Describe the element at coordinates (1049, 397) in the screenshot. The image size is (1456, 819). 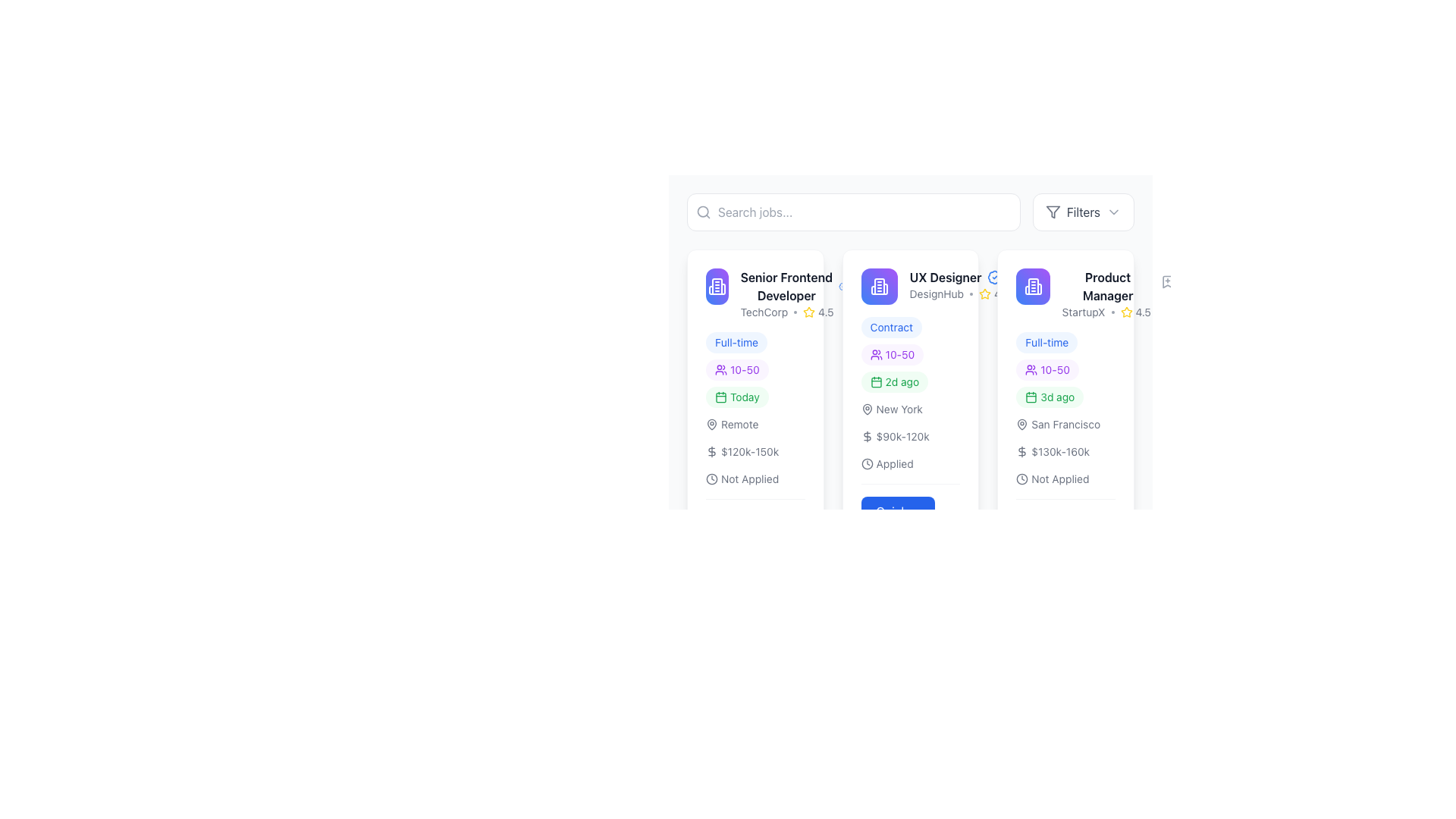
I see `text of the pill-shaped badge with a green background and the text '3d ago', located under the '10-50' badge in the job listing for 'Product Manager'` at that location.